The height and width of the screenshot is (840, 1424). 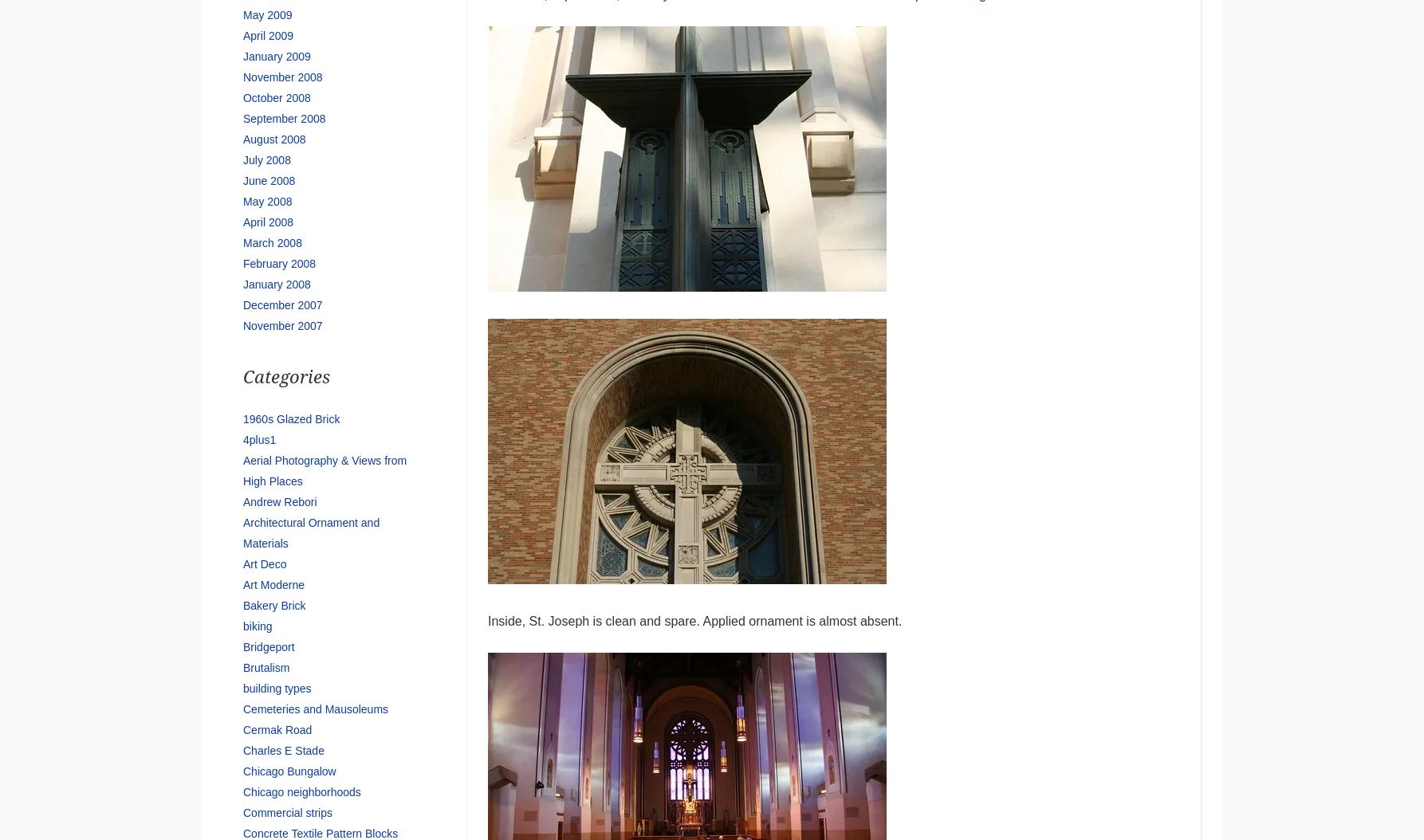 I want to click on 'Art Deco', so click(x=264, y=563).